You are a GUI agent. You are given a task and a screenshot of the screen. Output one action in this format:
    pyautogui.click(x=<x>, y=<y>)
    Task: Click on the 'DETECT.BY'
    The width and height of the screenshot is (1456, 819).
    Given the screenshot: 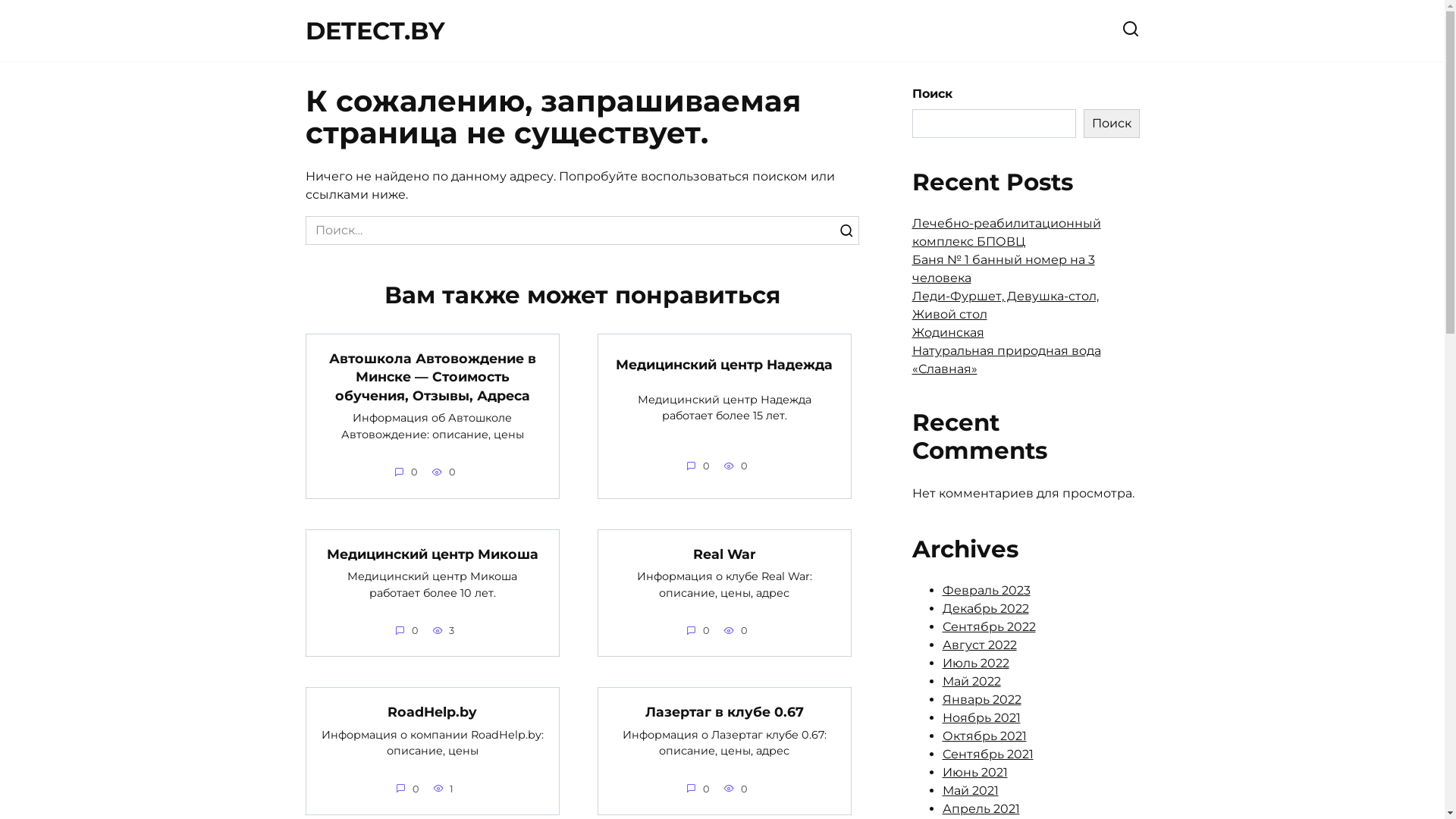 What is the action you would take?
    pyautogui.click(x=375, y=30)
    